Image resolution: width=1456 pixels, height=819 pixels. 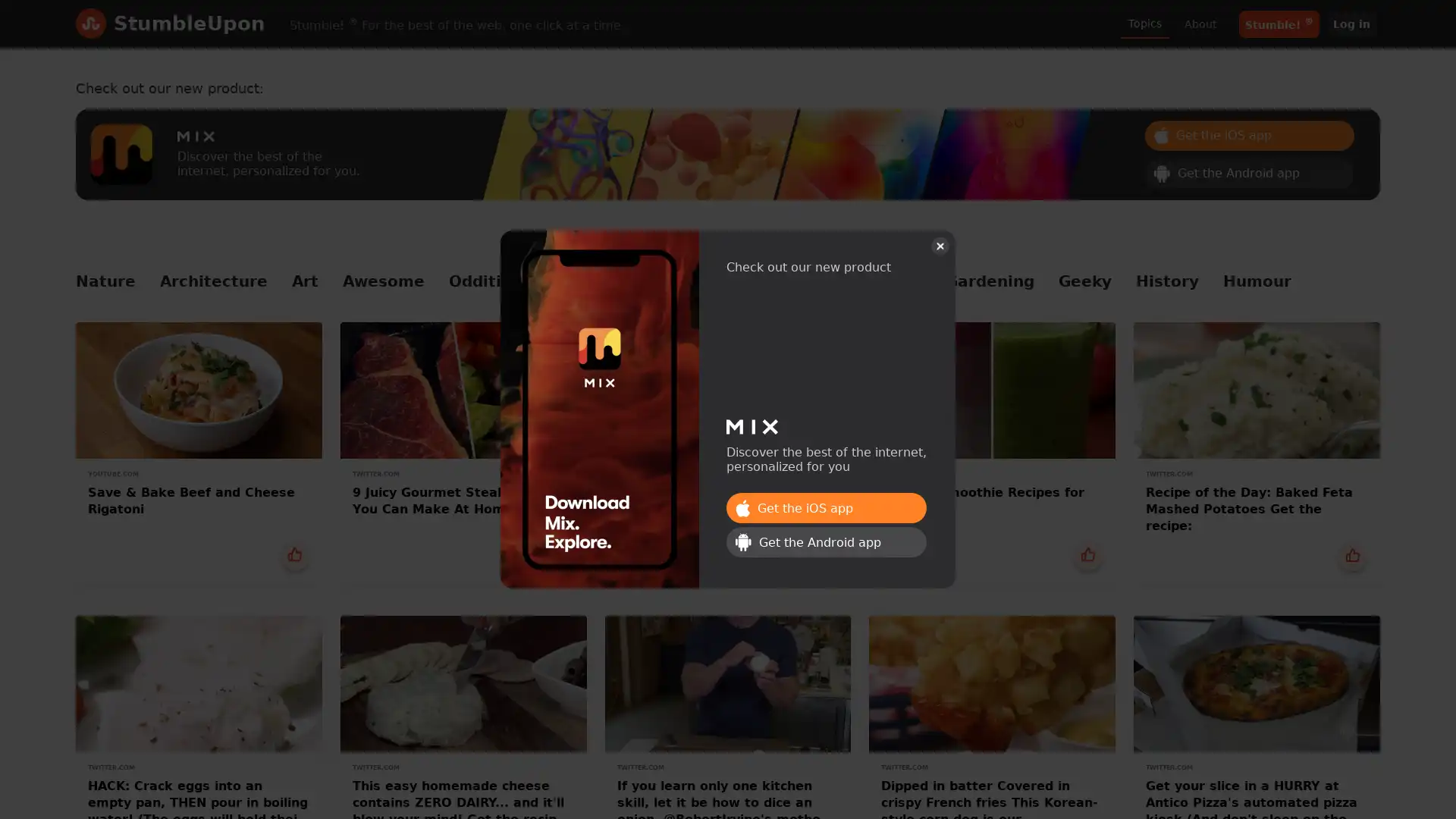 I want to click on Header Image 1 Get the iOS app, so click(x=1249, y=133).